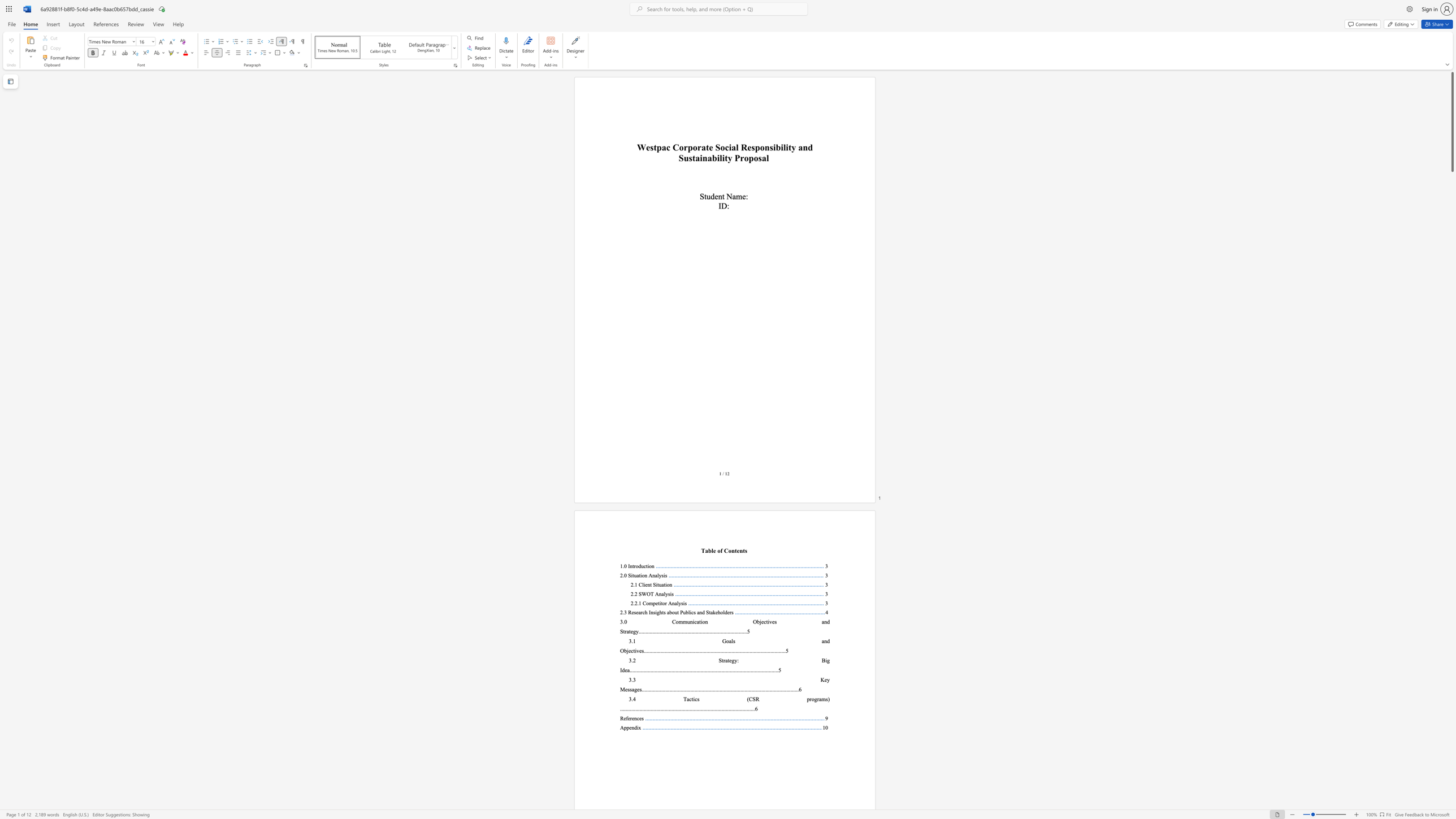 The width and height of the screenshot is (1456, 819). What do you see at coordinates (671, 584) in the screenshot?
I see `the 2th character "n" in the text` at bounding box center [671, 584].